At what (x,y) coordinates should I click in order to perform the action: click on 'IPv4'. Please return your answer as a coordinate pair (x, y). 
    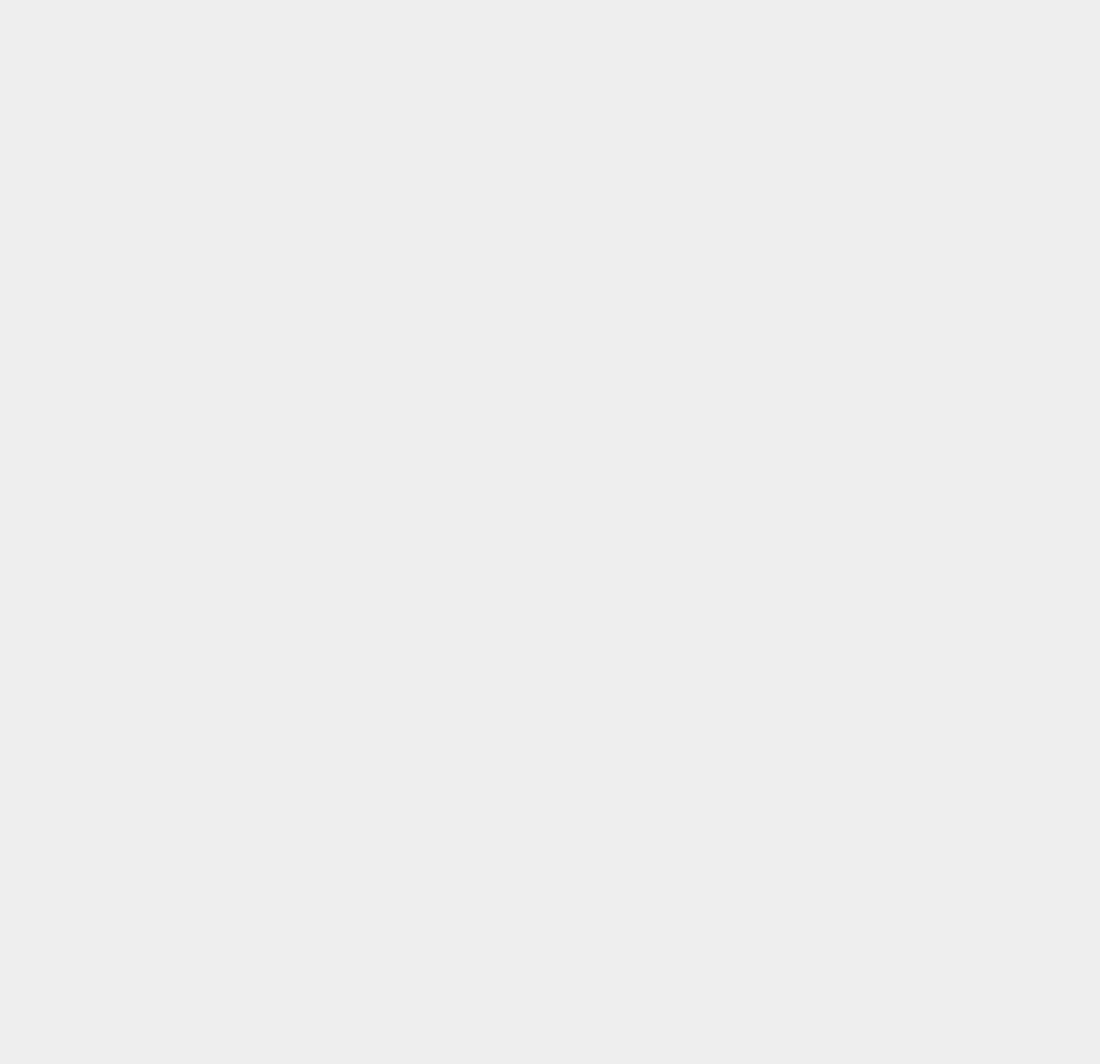
    Looking at the image, I should click on (792, 856).